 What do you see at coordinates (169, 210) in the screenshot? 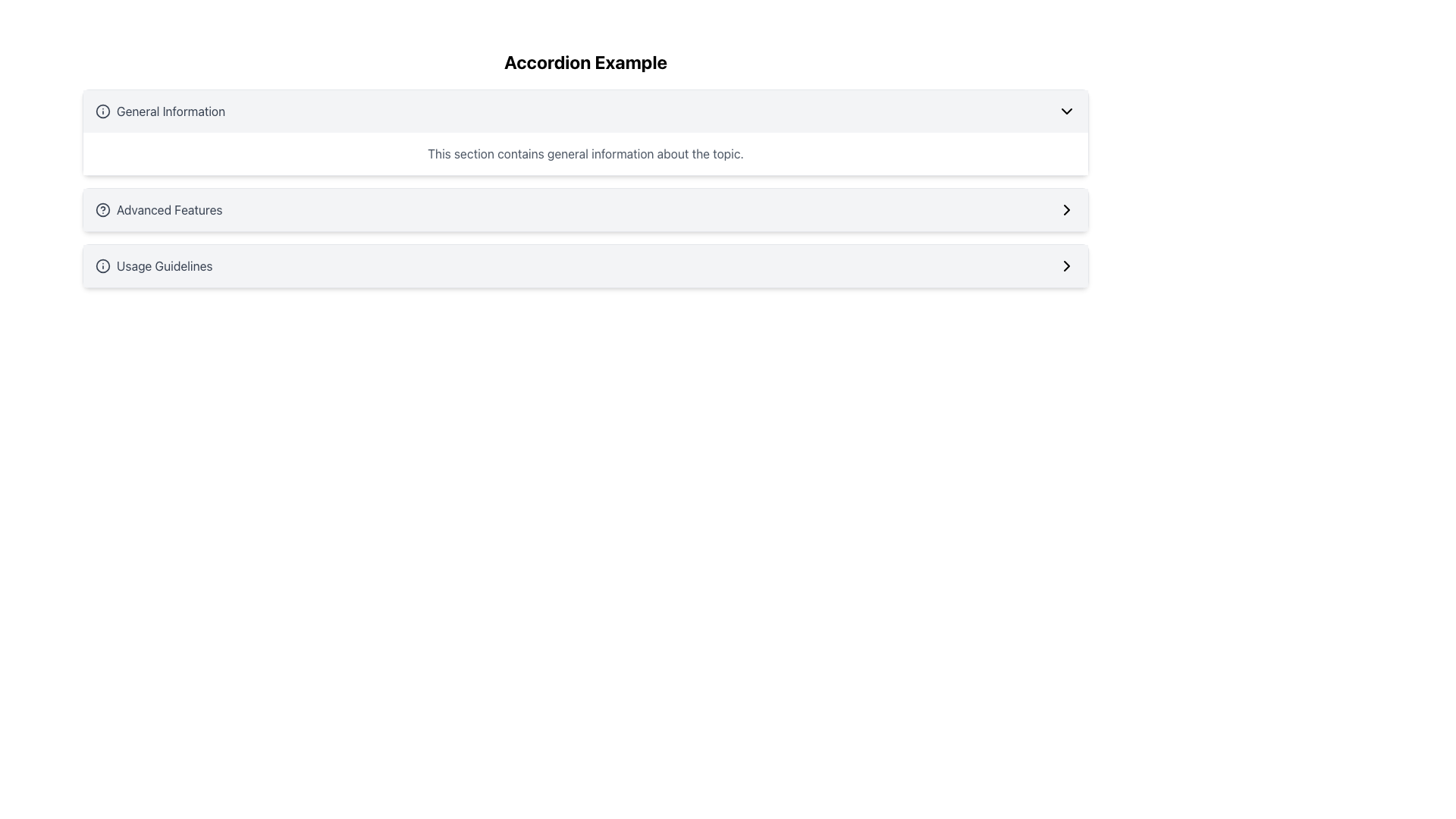
I see `the Text Label displaying 'Advanced Features'` at bounding box center [169, 210].